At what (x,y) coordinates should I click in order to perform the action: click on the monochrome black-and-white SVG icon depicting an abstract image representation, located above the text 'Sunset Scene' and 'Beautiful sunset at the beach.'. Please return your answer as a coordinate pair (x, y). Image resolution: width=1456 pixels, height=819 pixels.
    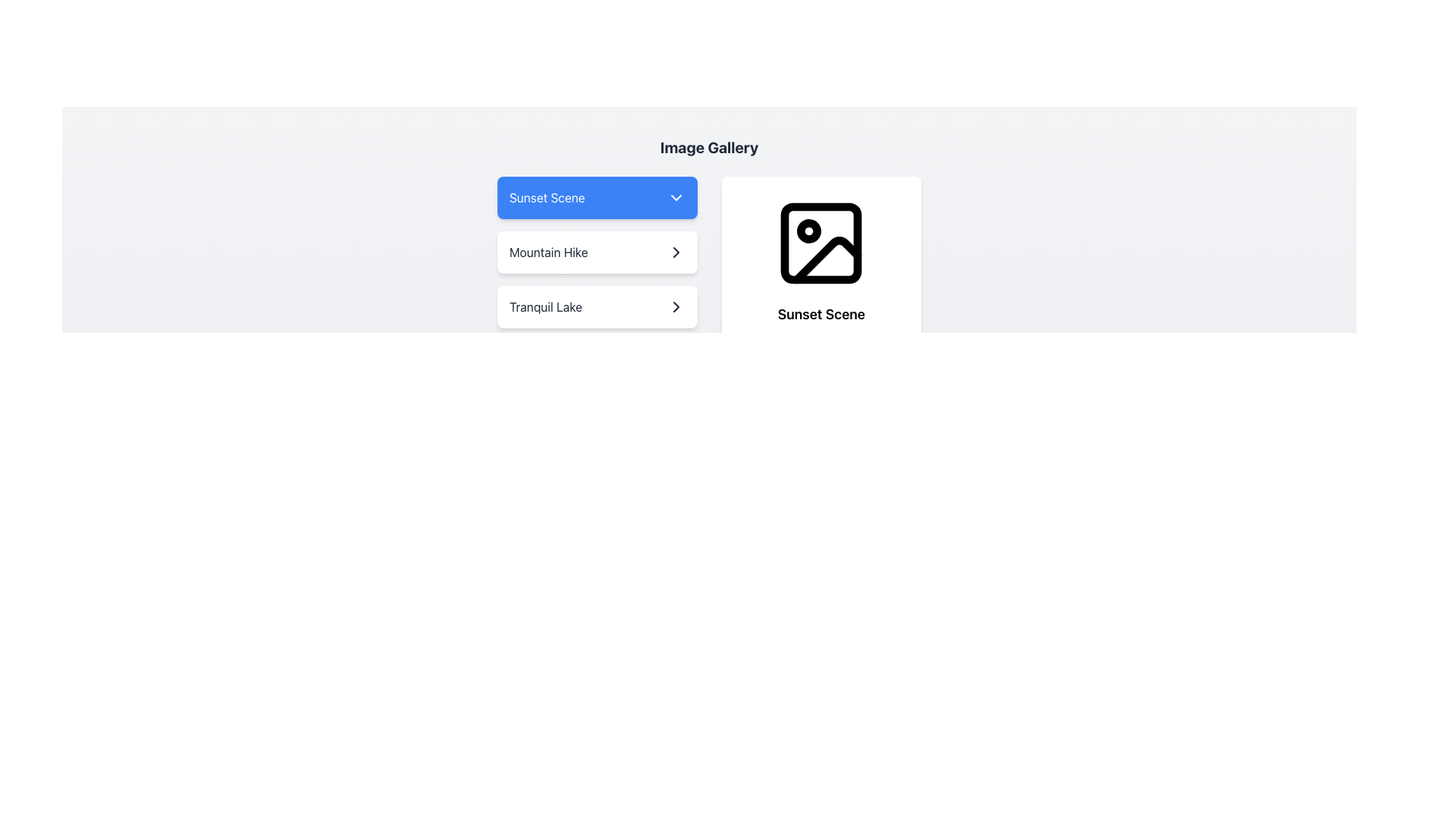
    Looking at the image, I should click on (821, 242).